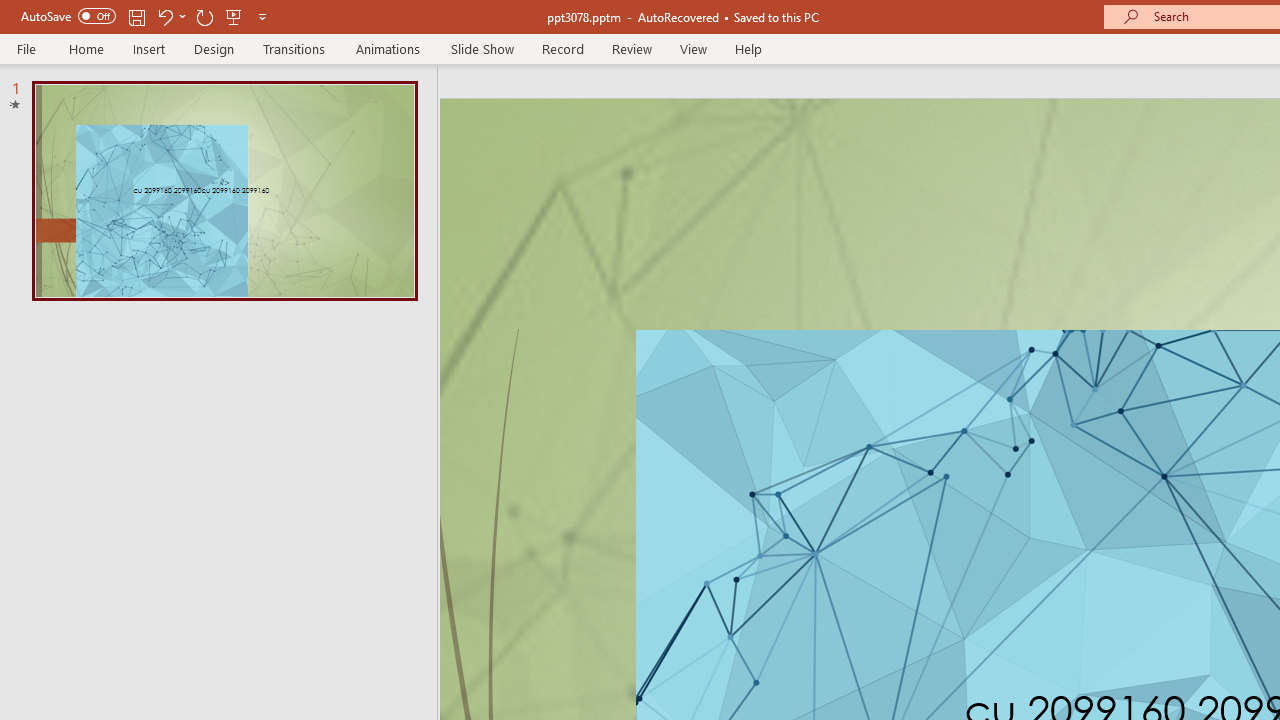 The width and height of the screenshot is (1280, 720). I want to click on 'Quick Access Toolbar', so click(144, 16).